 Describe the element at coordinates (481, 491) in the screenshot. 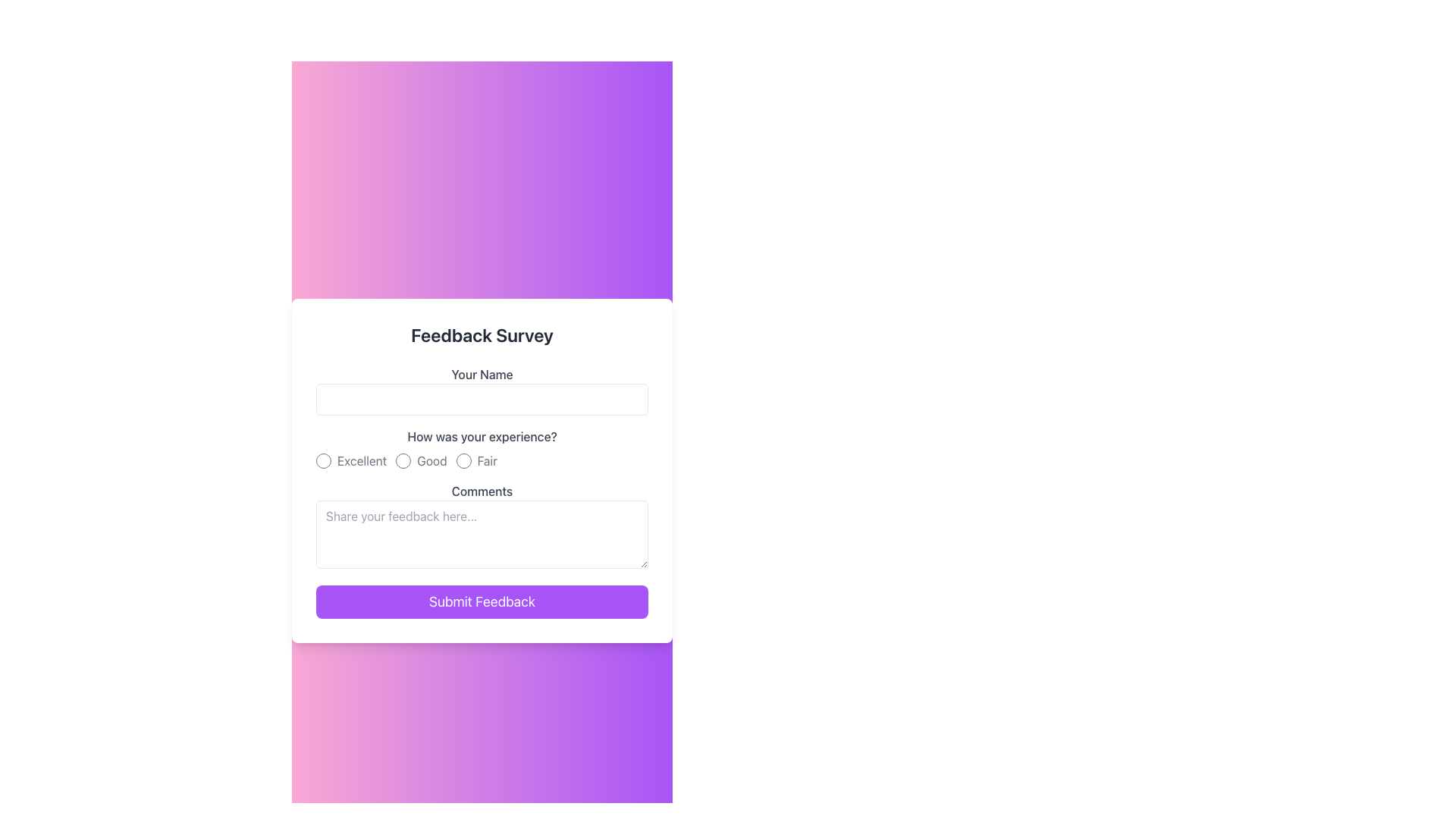

I see `the text label indicating the purpose of the following comment input box, which is located in the center of the feedback form, directly above the multi-line comment input field` at that location.